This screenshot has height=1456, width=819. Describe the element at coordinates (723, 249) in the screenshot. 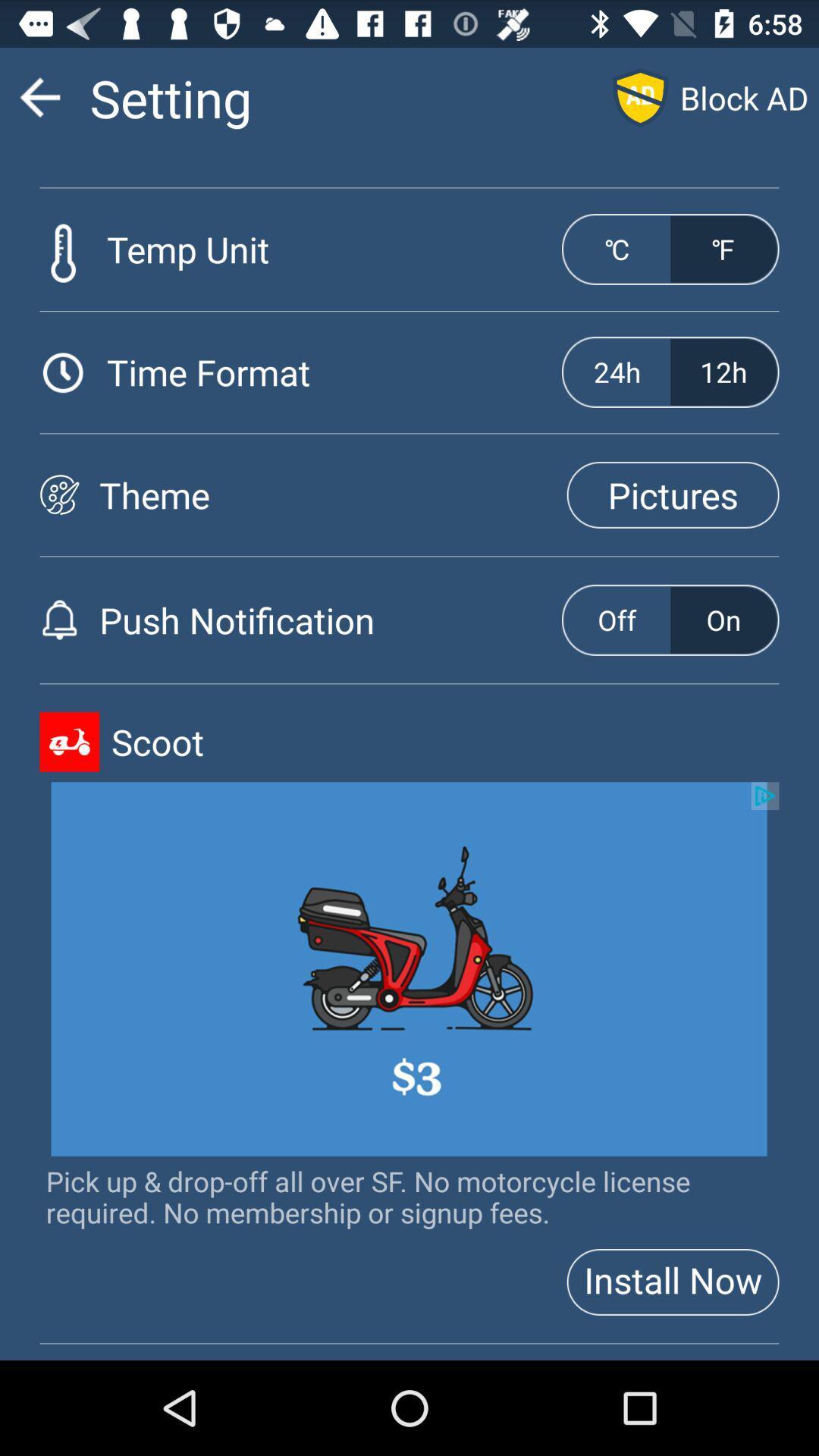

I see `fahrenheit scale in the temperature unit` at that location.